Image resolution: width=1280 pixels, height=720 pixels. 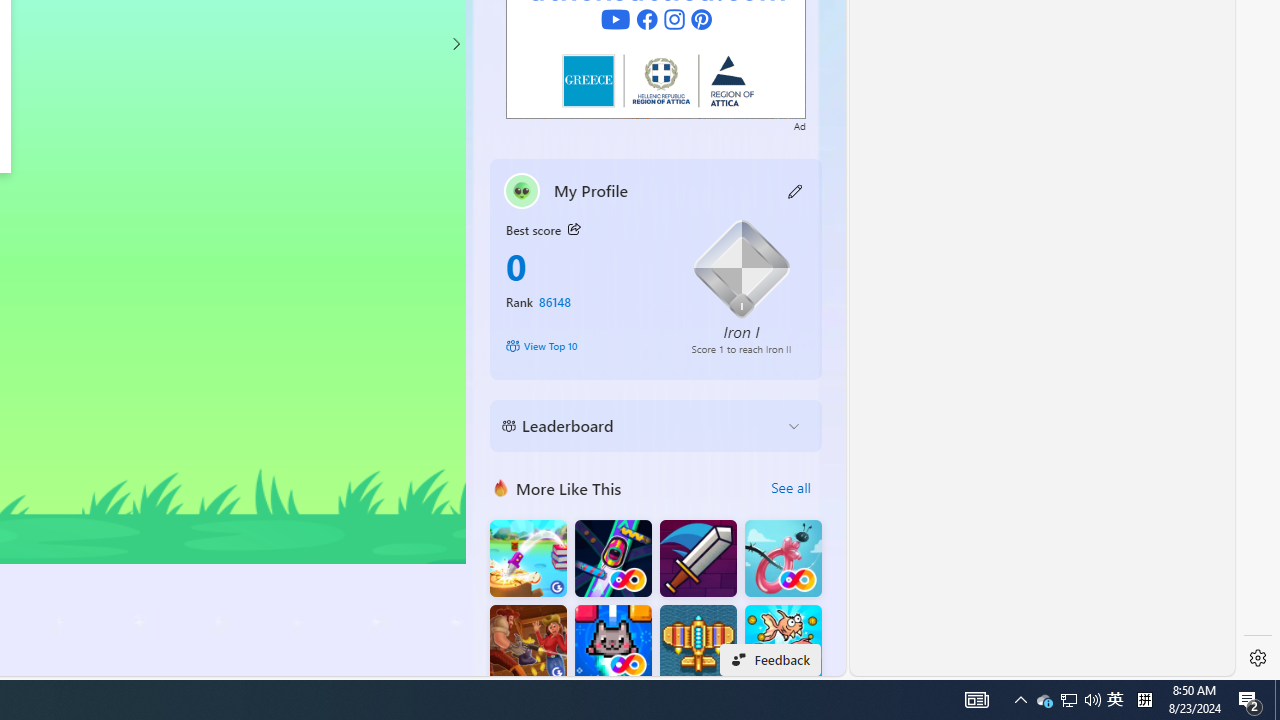 What do you see at coordinates (528, 643) in the screenshot?
I see `'Saloon Robbery'` at bounding box center [528, 643].